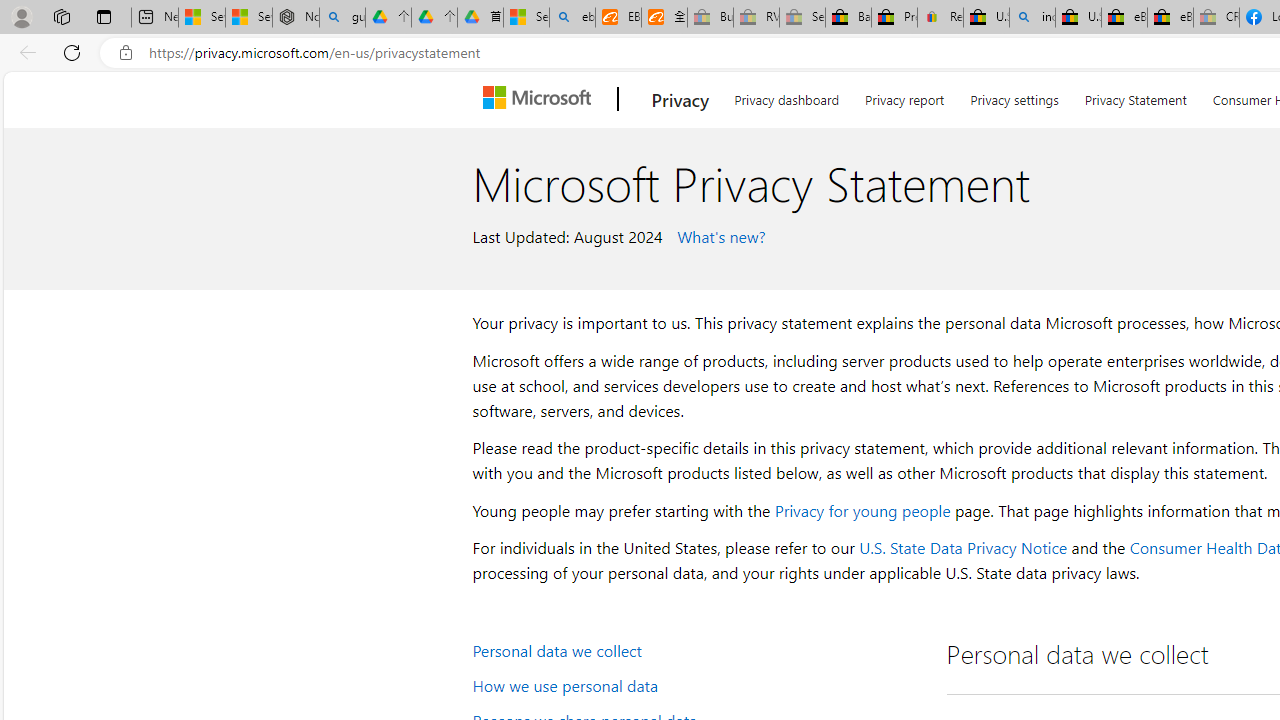 The image size is (1280, 720). What do you see at coordinates (1015, 96) in the screenshot?
I see `'Privacy settings'` at bounding box center [1015, 96].